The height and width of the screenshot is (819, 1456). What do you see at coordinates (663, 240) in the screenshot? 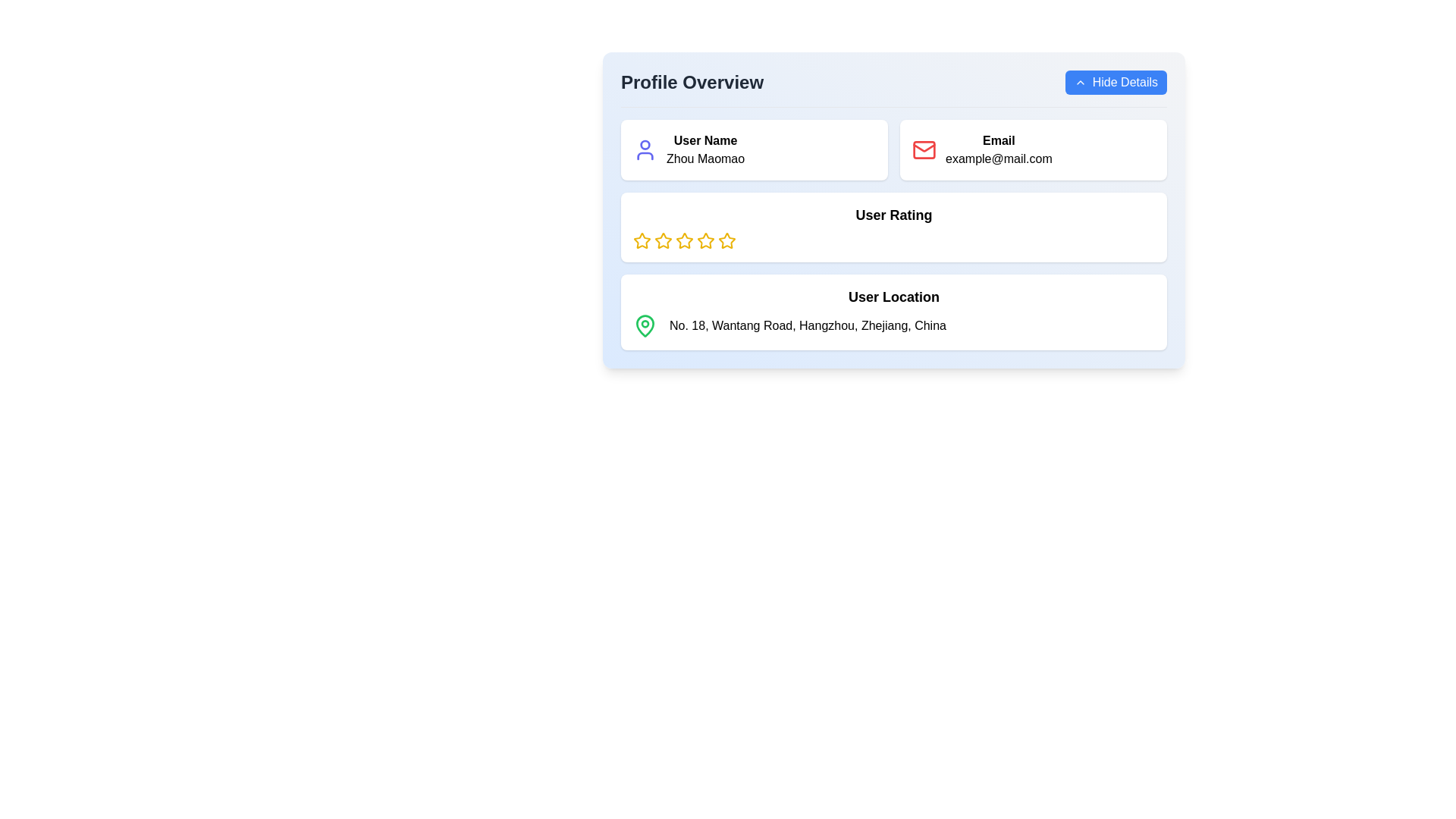
I see `the first yellow star-shaped graphic with a central white cutout in the user rating section to give a rating` at bounding box center [663, 240].